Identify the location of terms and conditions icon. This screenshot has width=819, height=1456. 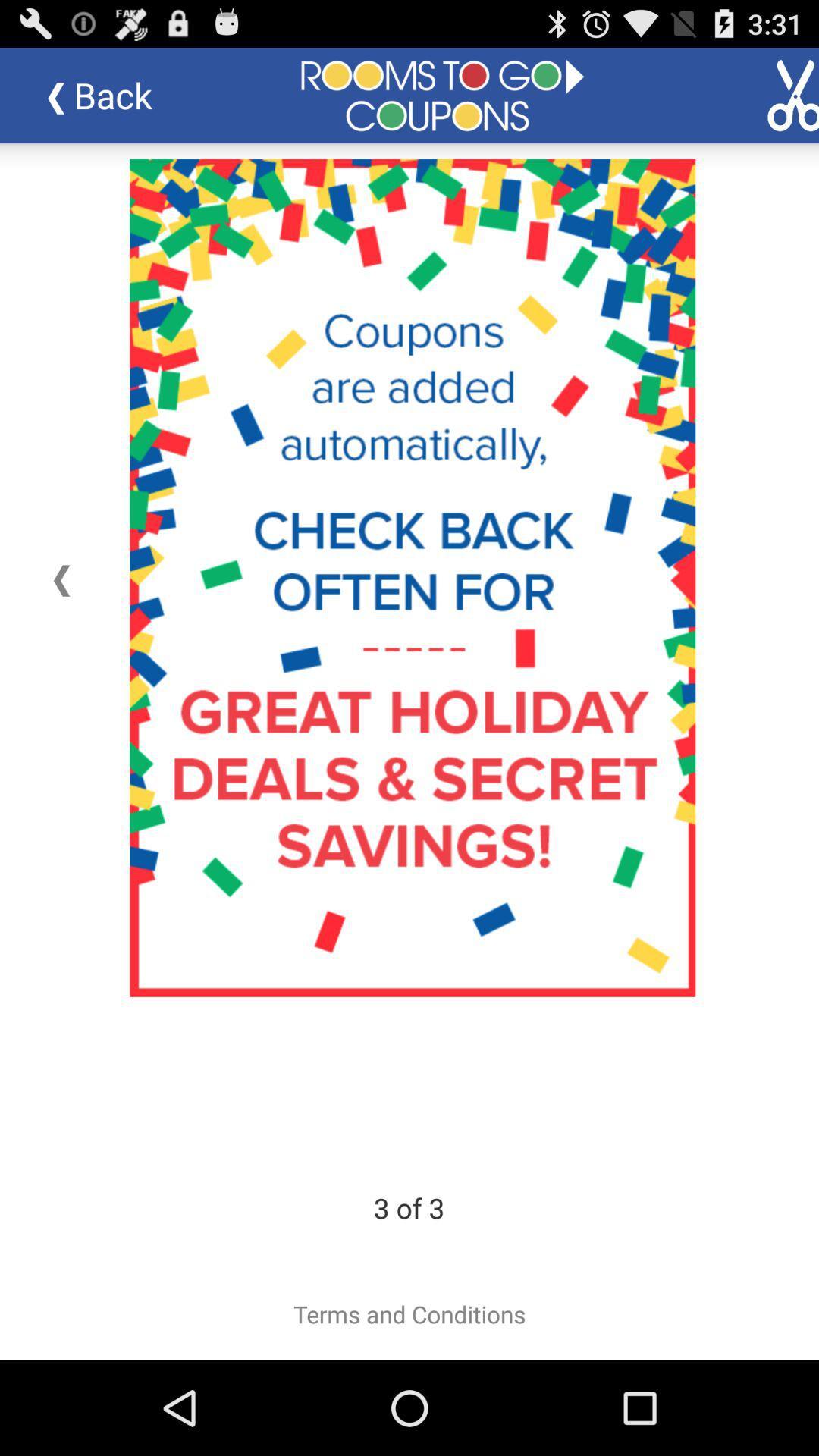
(409, 1313).